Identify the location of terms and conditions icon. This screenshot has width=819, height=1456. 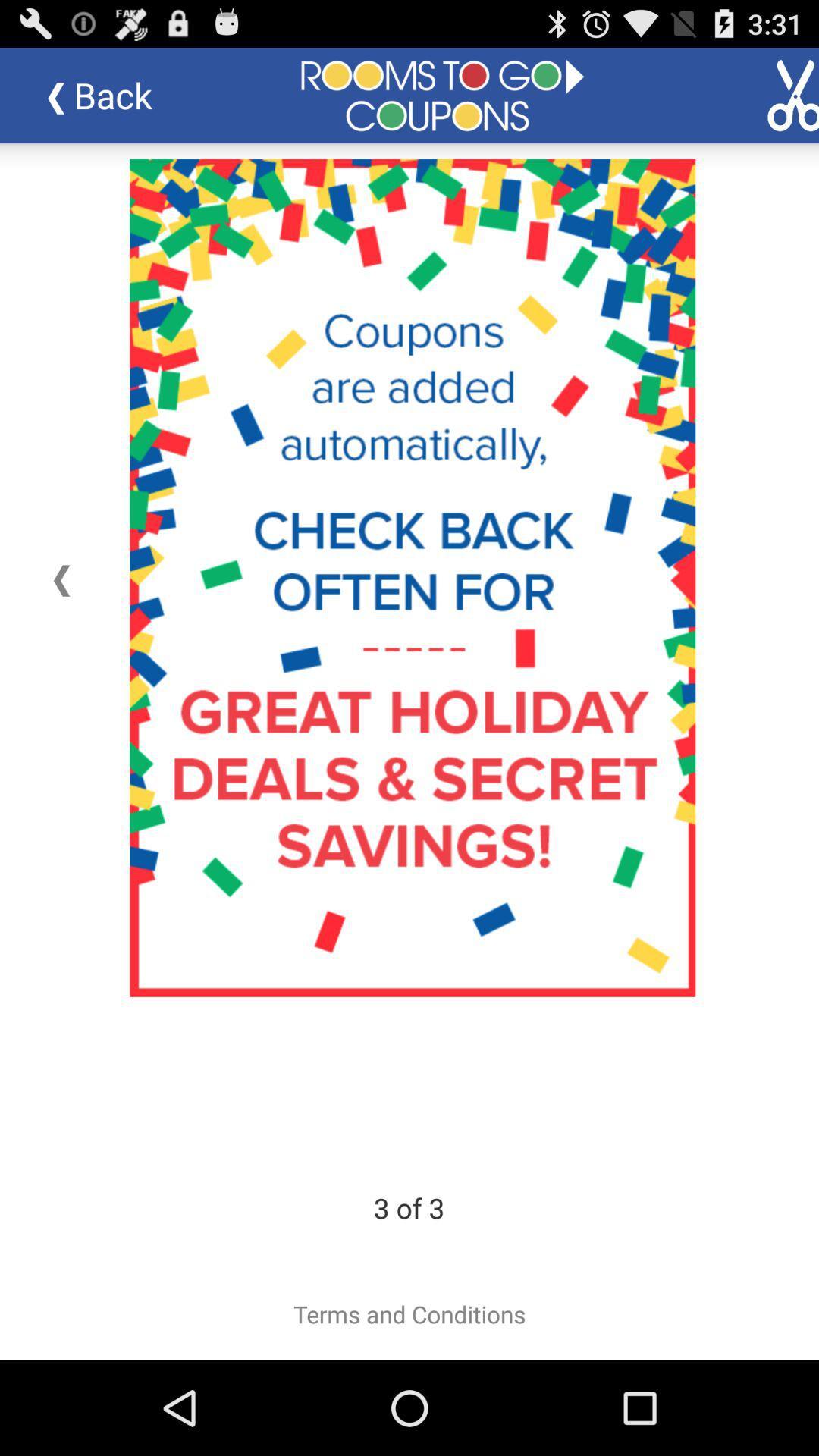
(409, 1313).